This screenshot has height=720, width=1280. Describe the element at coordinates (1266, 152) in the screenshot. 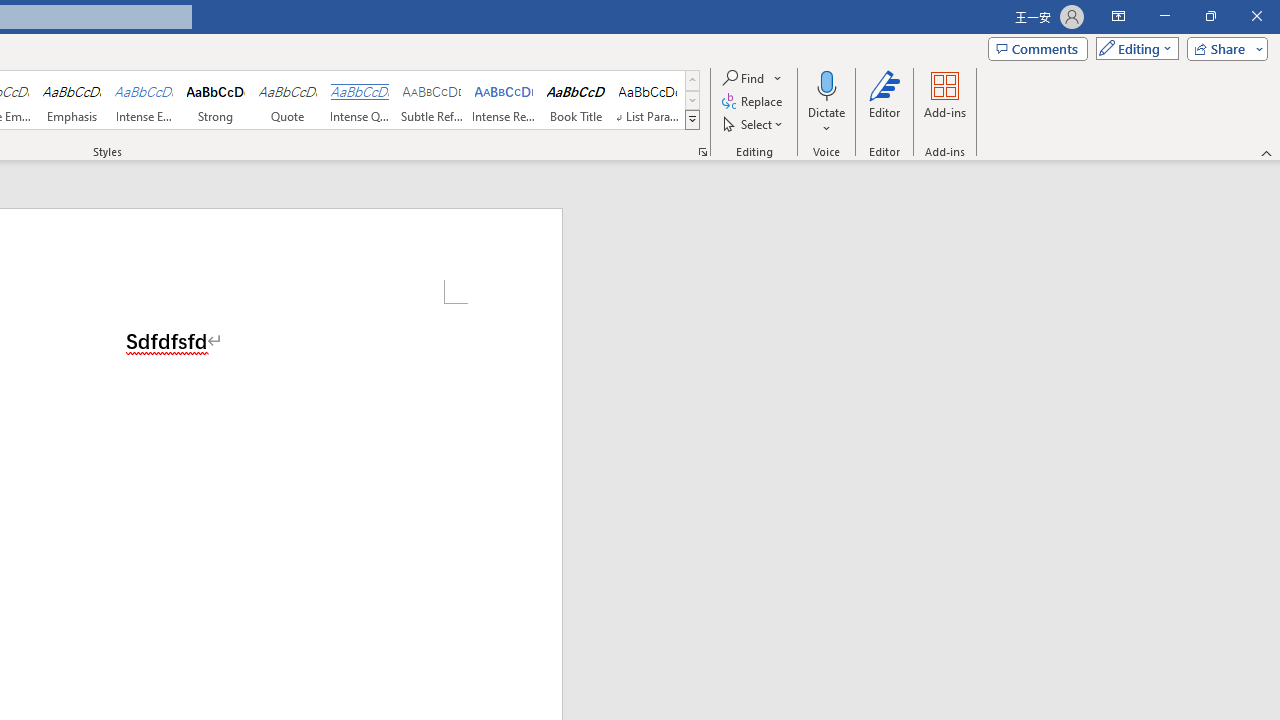

I see `'Collapse the Ribbon'` at that location.